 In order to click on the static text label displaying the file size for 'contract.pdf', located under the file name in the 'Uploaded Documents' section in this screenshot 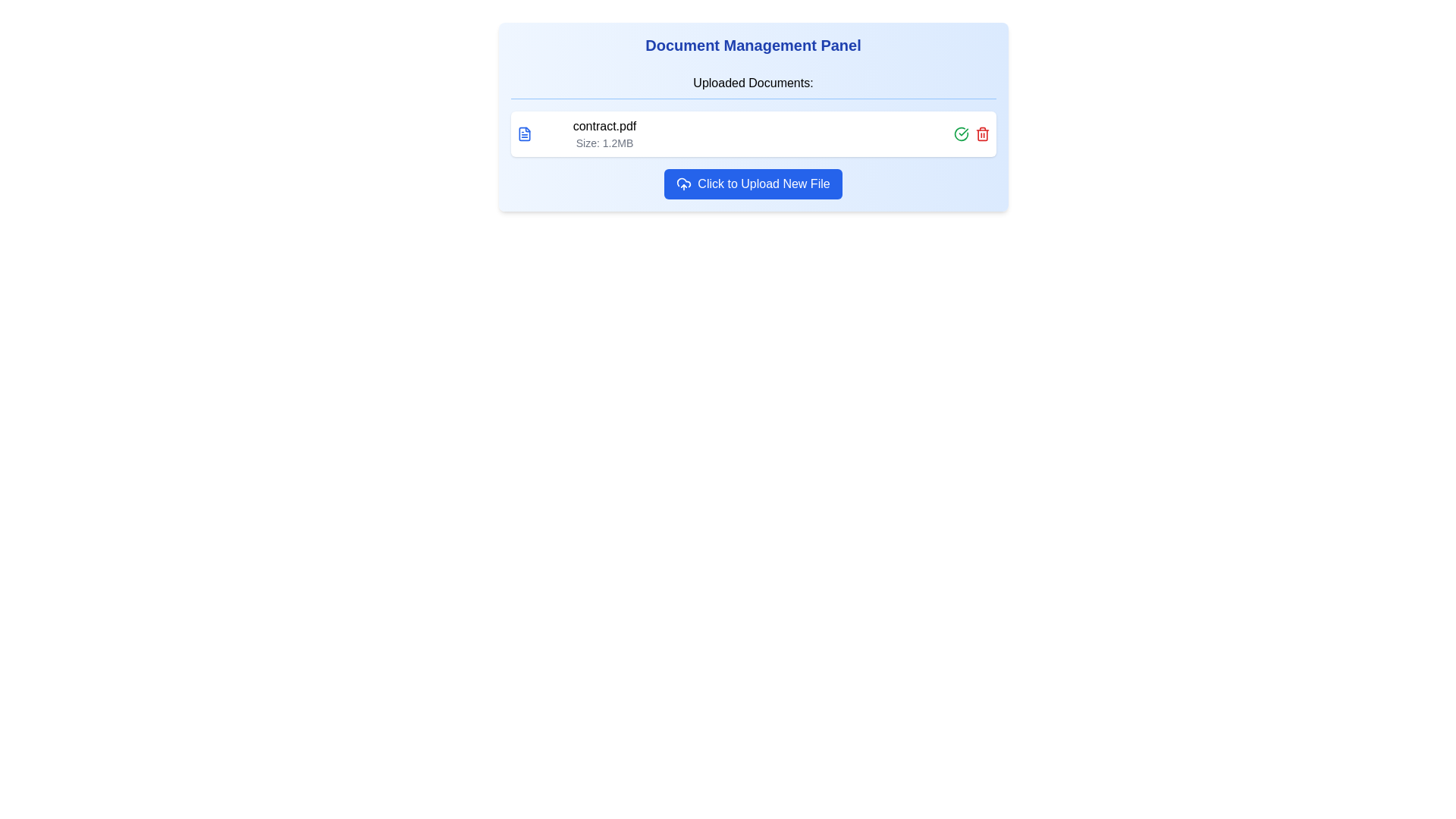, I will do `click(604, 143)`.